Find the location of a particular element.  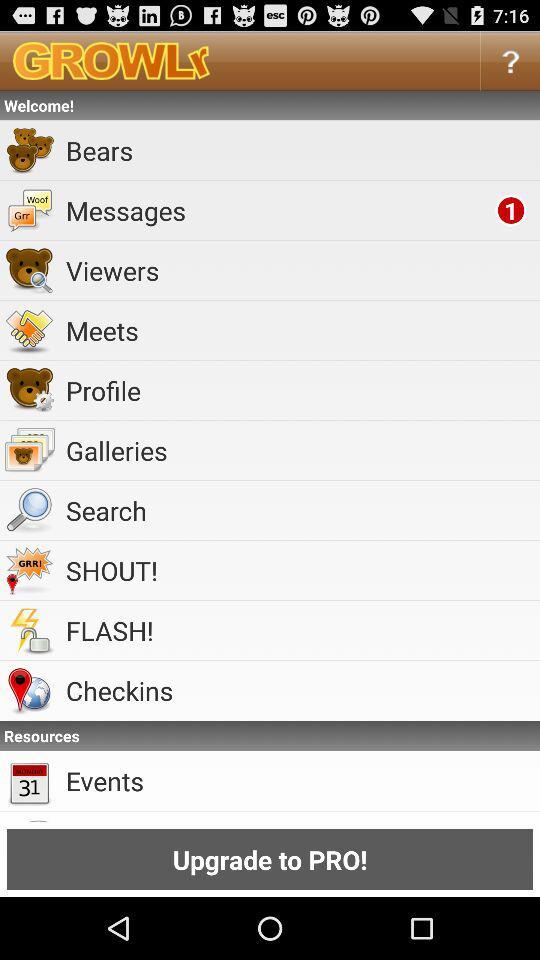

profile icon is located at coordinates (298, 389).